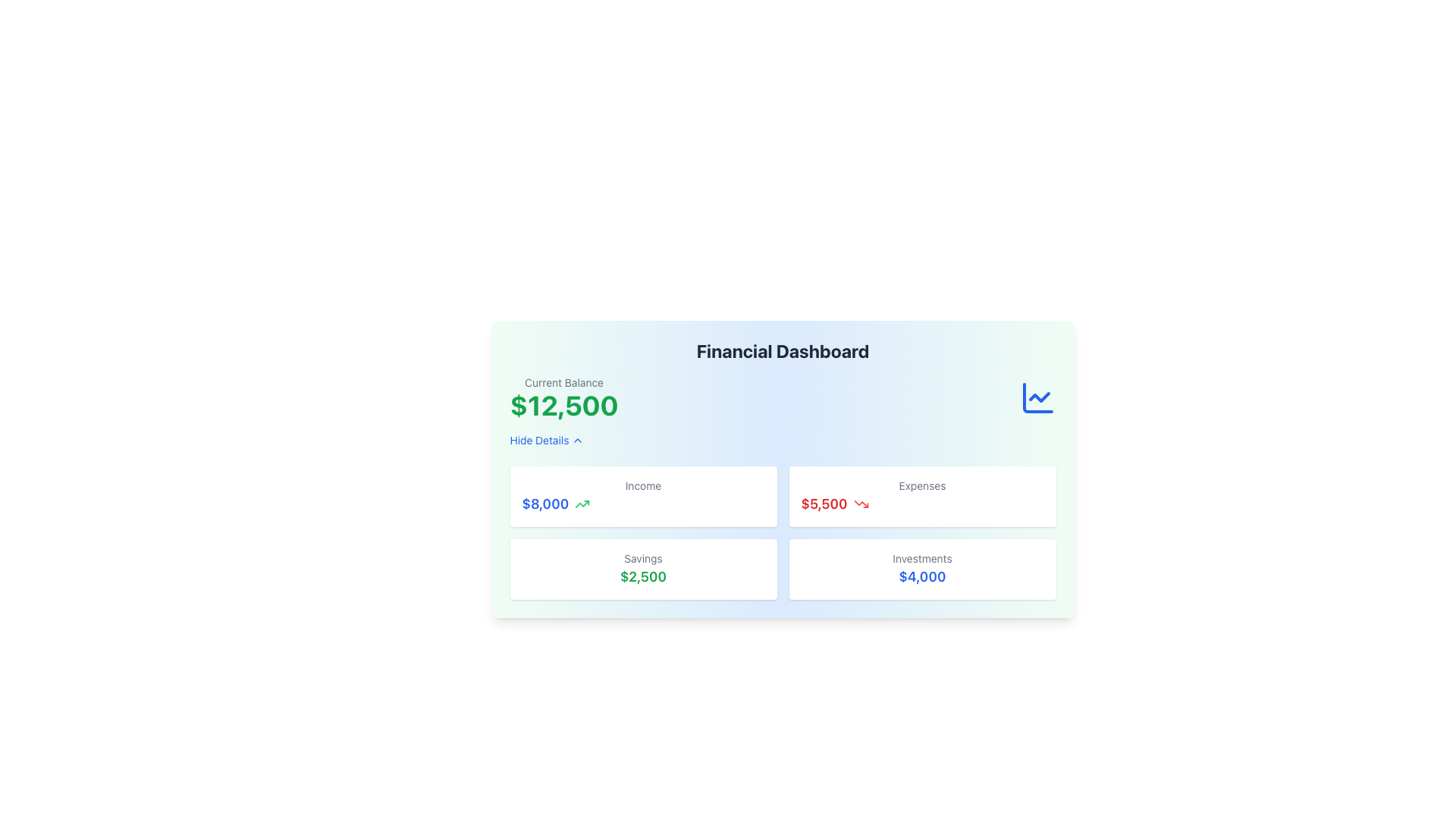 The image size is (1456, 819). What do you see at coordinates (921, 497) in the screenshot?
I see `displayed information on the white rectangular Information display card showing 'Expenses' and '$5,500' in the Financial Dashboard` at bounding box center [921, 497].